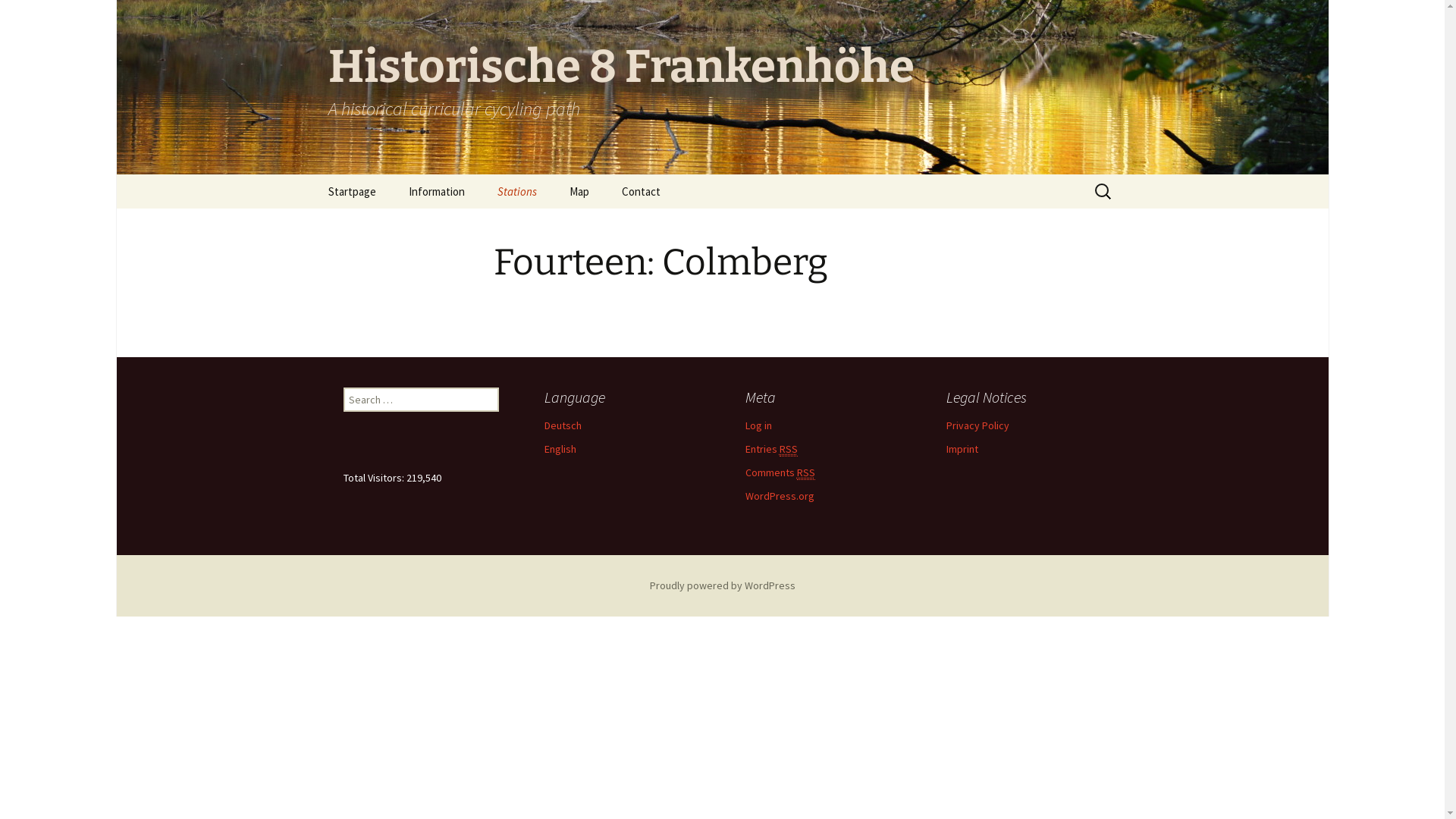  Describe the element at coordinates (350, 190) in the screenshot. I see `'Startpage'` at that location.